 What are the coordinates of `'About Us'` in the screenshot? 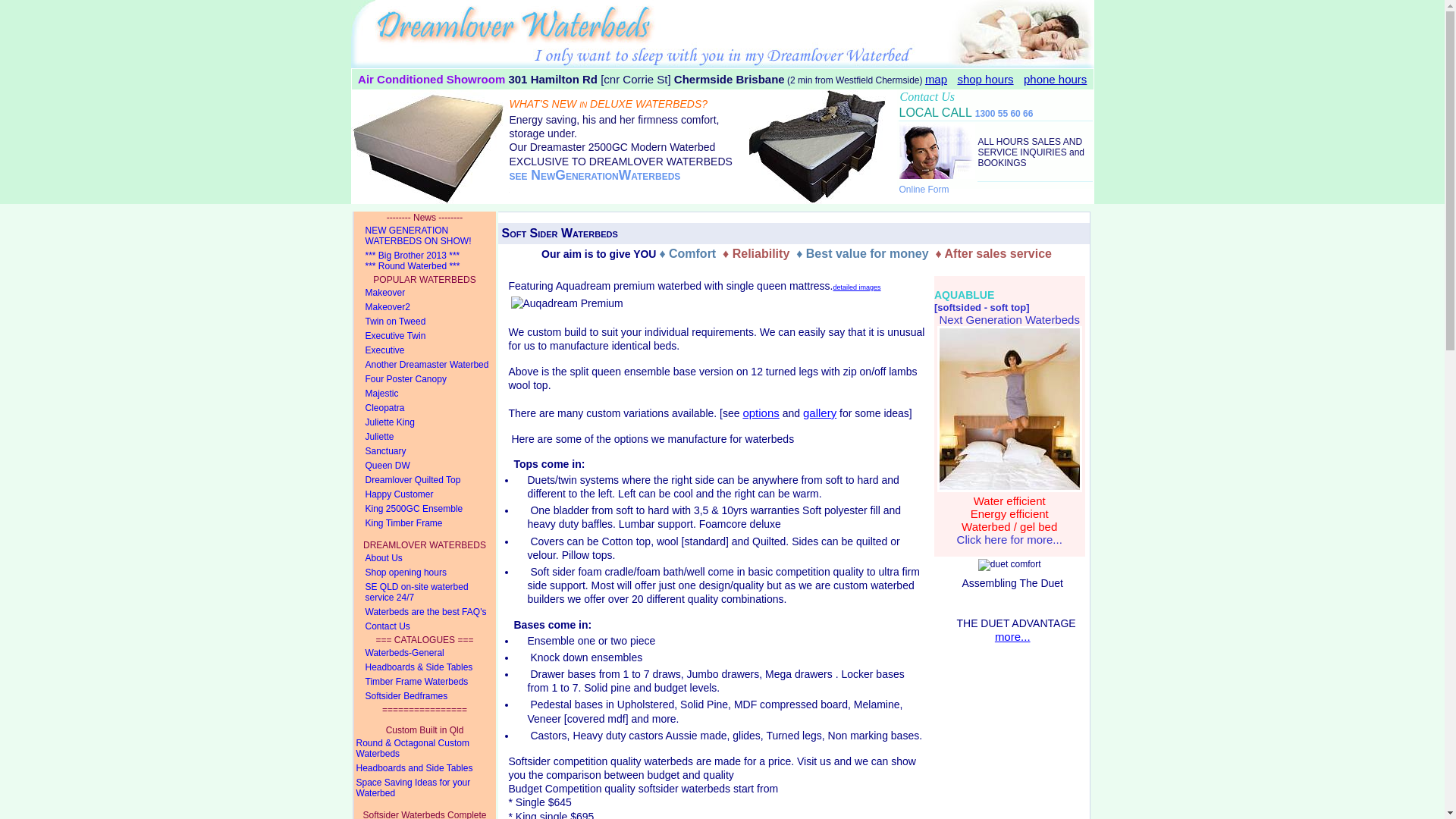 It's located at (352, 558).